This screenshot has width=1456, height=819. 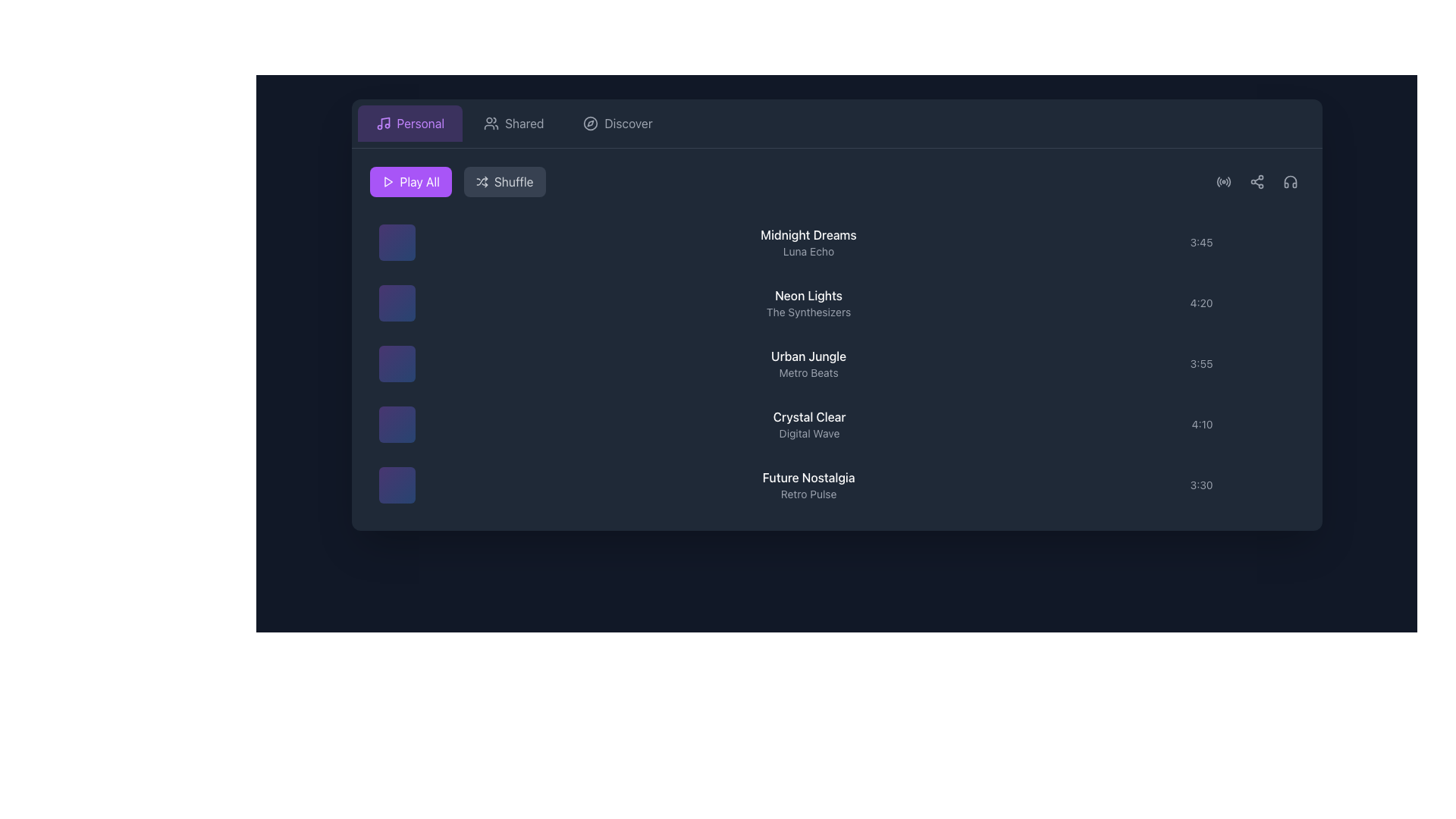 I want to click on the 'Play All' button, which is a white text on a purple background with a play triangle icon to its left, located at the top-left section of the interface, so click(x=419, y=180).